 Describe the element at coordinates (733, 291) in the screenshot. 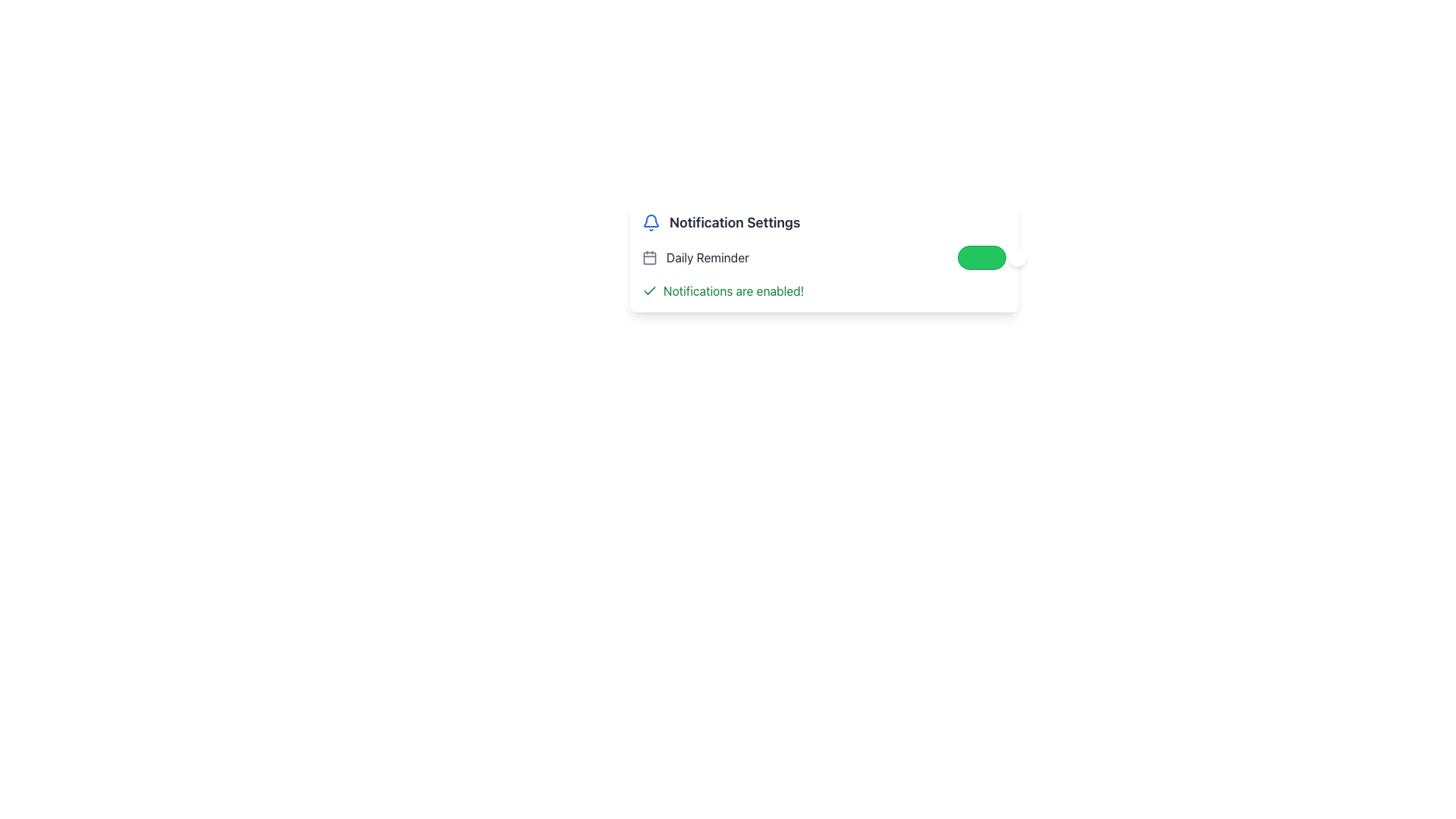

I see `the static text element displaying 'Notifications are enabled!' in green color, which indicates a status message in the notification settings section` at that location.